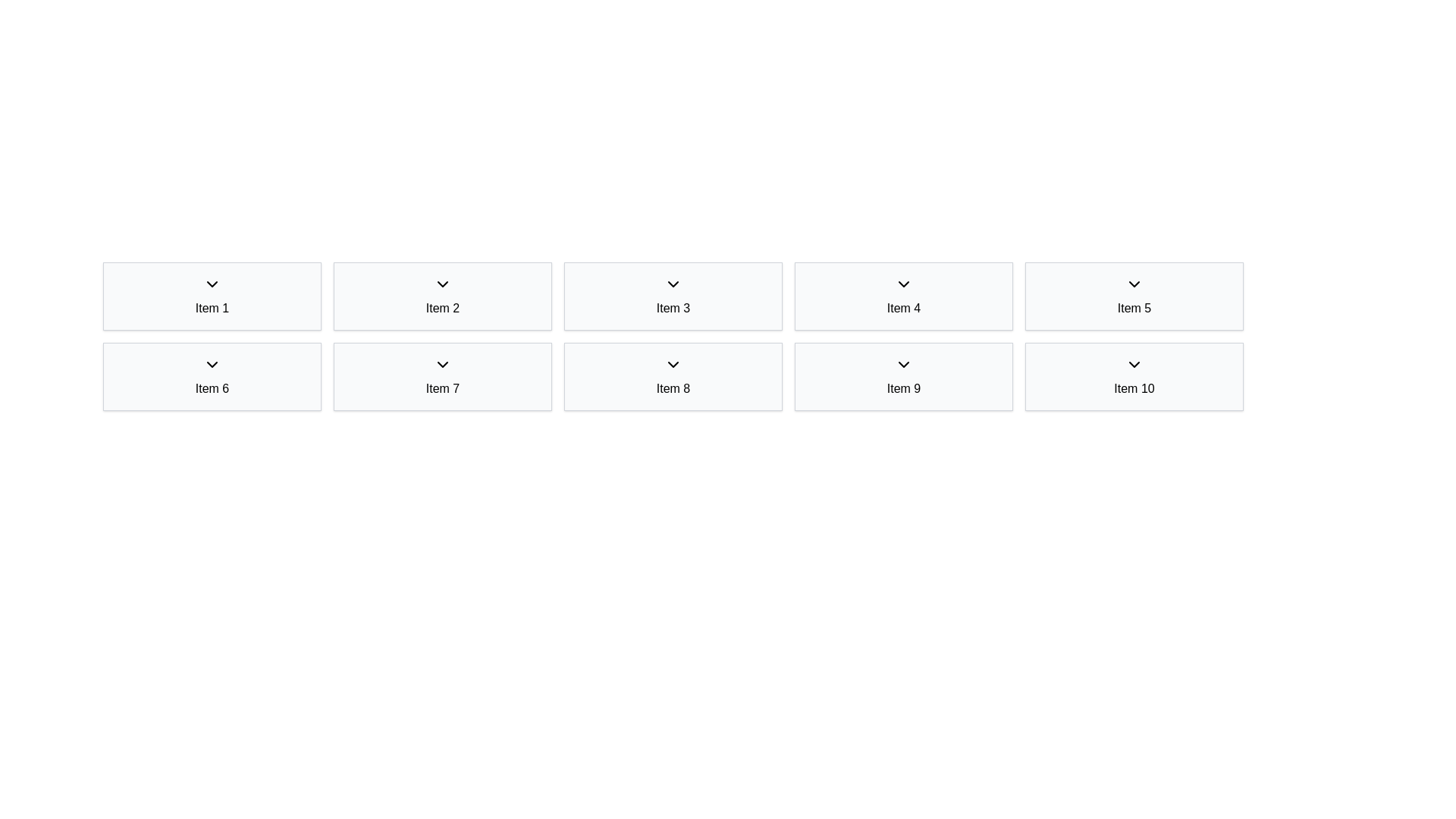  Describe the element at coordinates (442, 365) in the screenshot. I see `the Dropdown Indicator (Chevron Icon) located in the seventh item of a grid layout` at that location.